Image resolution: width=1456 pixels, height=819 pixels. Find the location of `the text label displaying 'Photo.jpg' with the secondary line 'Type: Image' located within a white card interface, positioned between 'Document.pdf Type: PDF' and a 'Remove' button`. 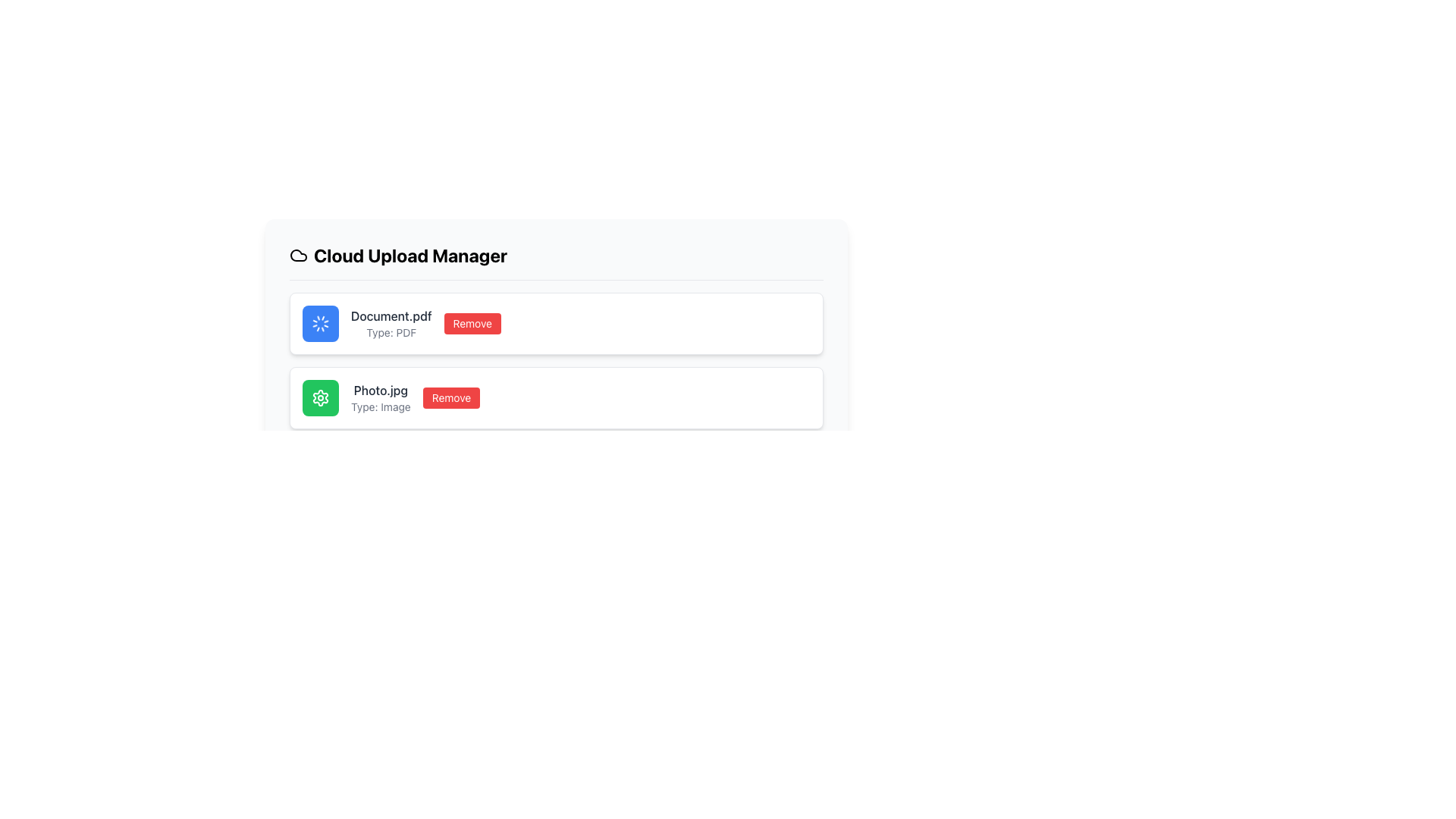

the text label displaying 'Photo.jpg' with the secondary line 'Type: Image' located within a white card interface, positioned between 'Document.pdf Type: PDF' and a 'Remove' button is located at coordinates (381, 397).